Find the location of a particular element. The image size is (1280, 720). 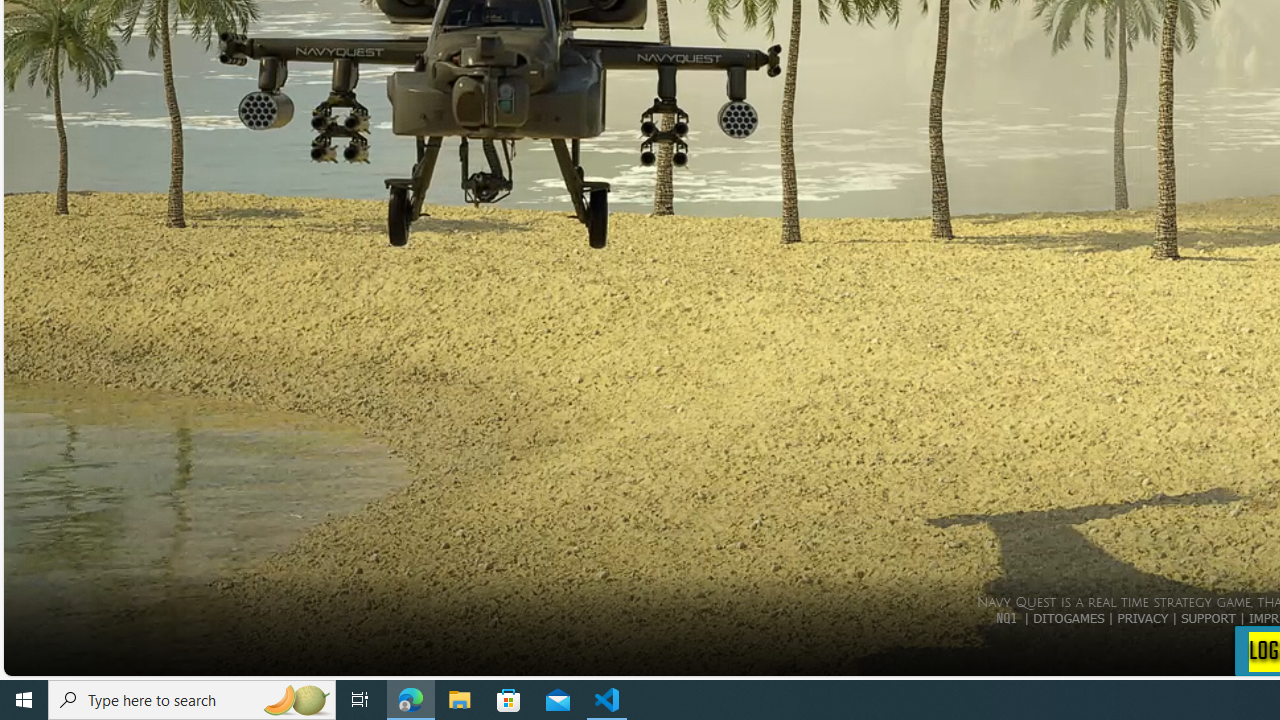

'PRIVACY' is located at coordinates (1143, 616).